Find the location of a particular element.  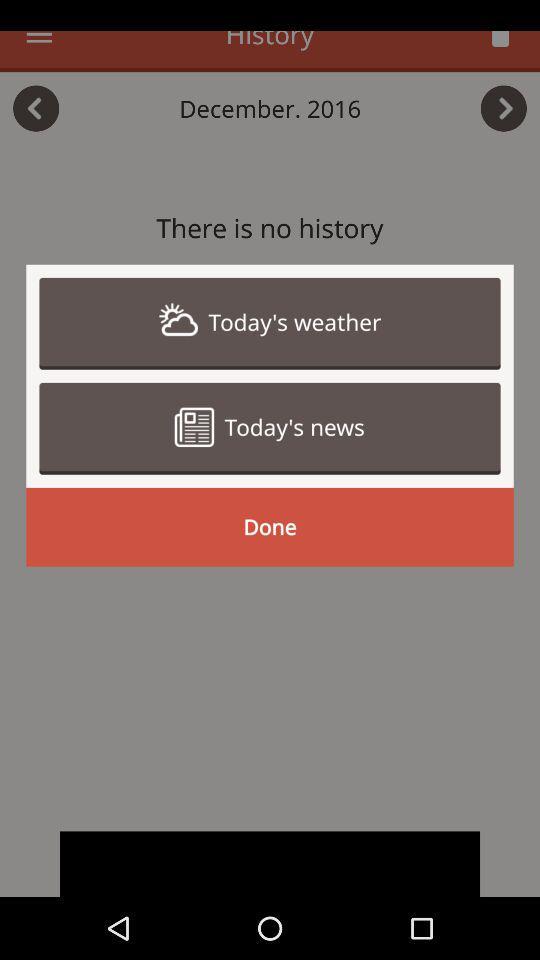

button below done button is located at coordinates (270, 863).